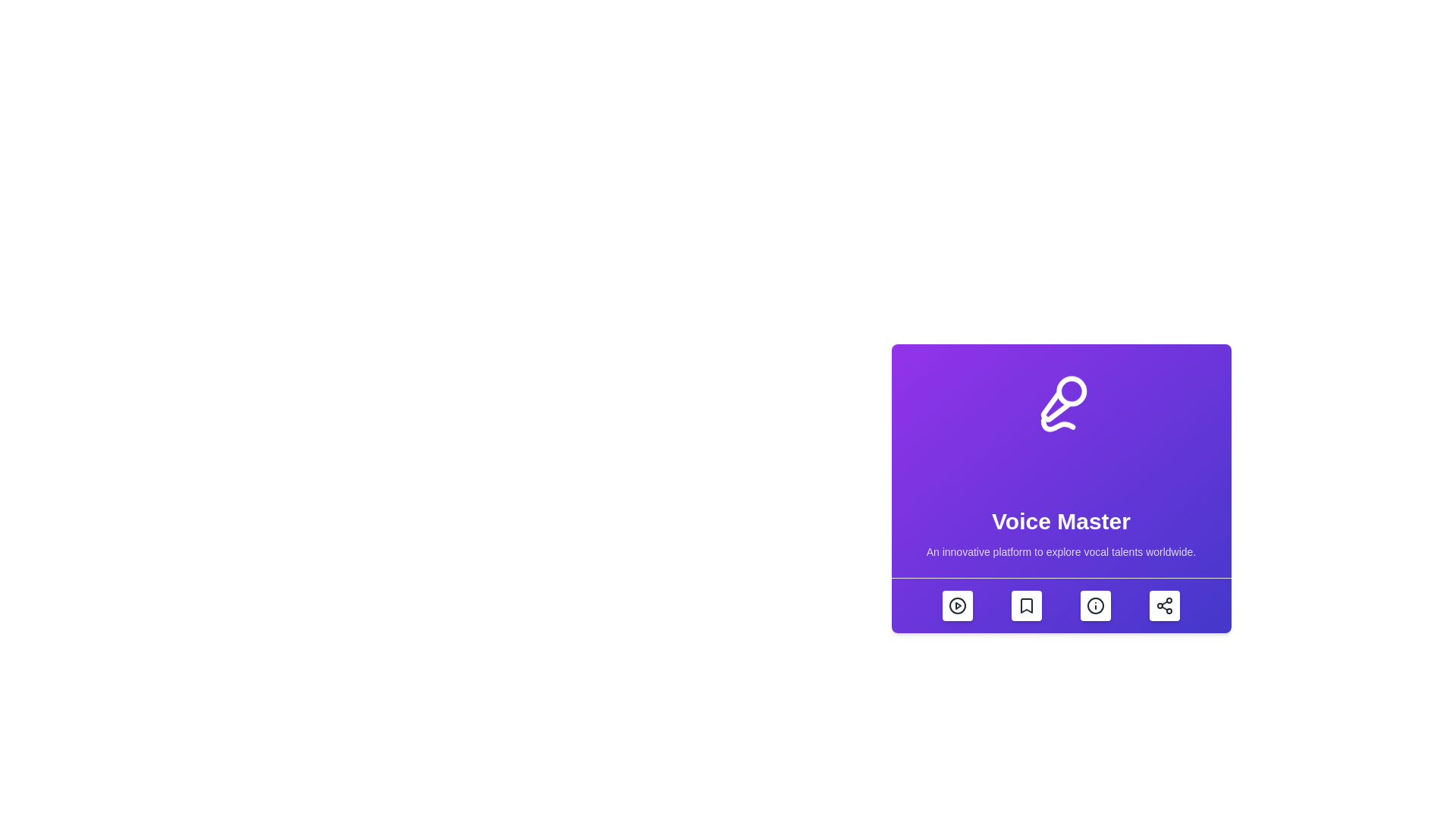  Describe the element at coordinates (1026, 604) in the screenshot. I see `the bookmark-shaped icon with a folded corner at the top right, located on the bottom bar under the 'Voice Master' purple card` at that location.